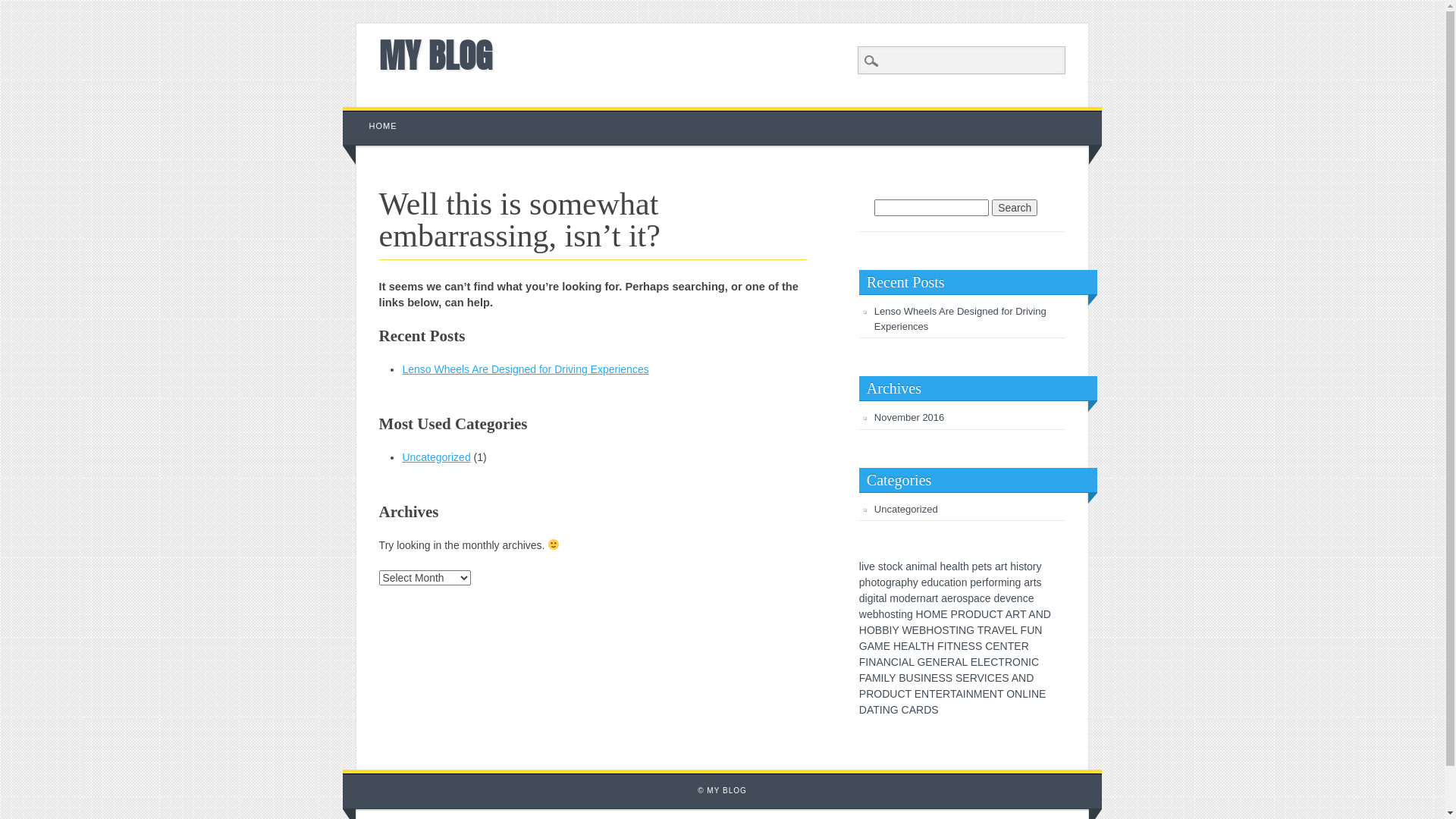 This screenshot has width=1456, height=819. Describe the element at coordinates (1019, 598) in the screenshot. I see `'n'` at that location.